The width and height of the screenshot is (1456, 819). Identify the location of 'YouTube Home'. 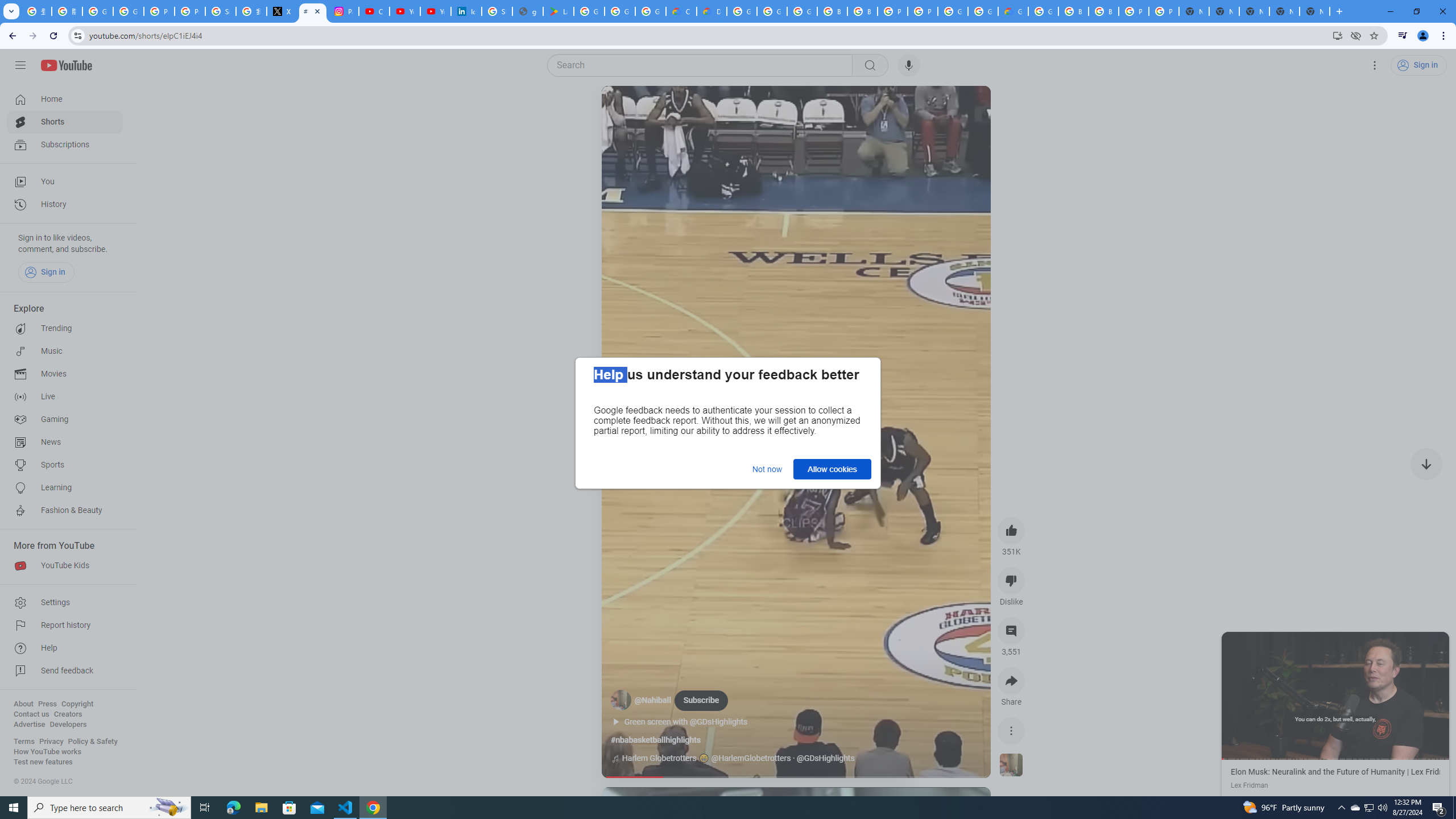
(65, 65).